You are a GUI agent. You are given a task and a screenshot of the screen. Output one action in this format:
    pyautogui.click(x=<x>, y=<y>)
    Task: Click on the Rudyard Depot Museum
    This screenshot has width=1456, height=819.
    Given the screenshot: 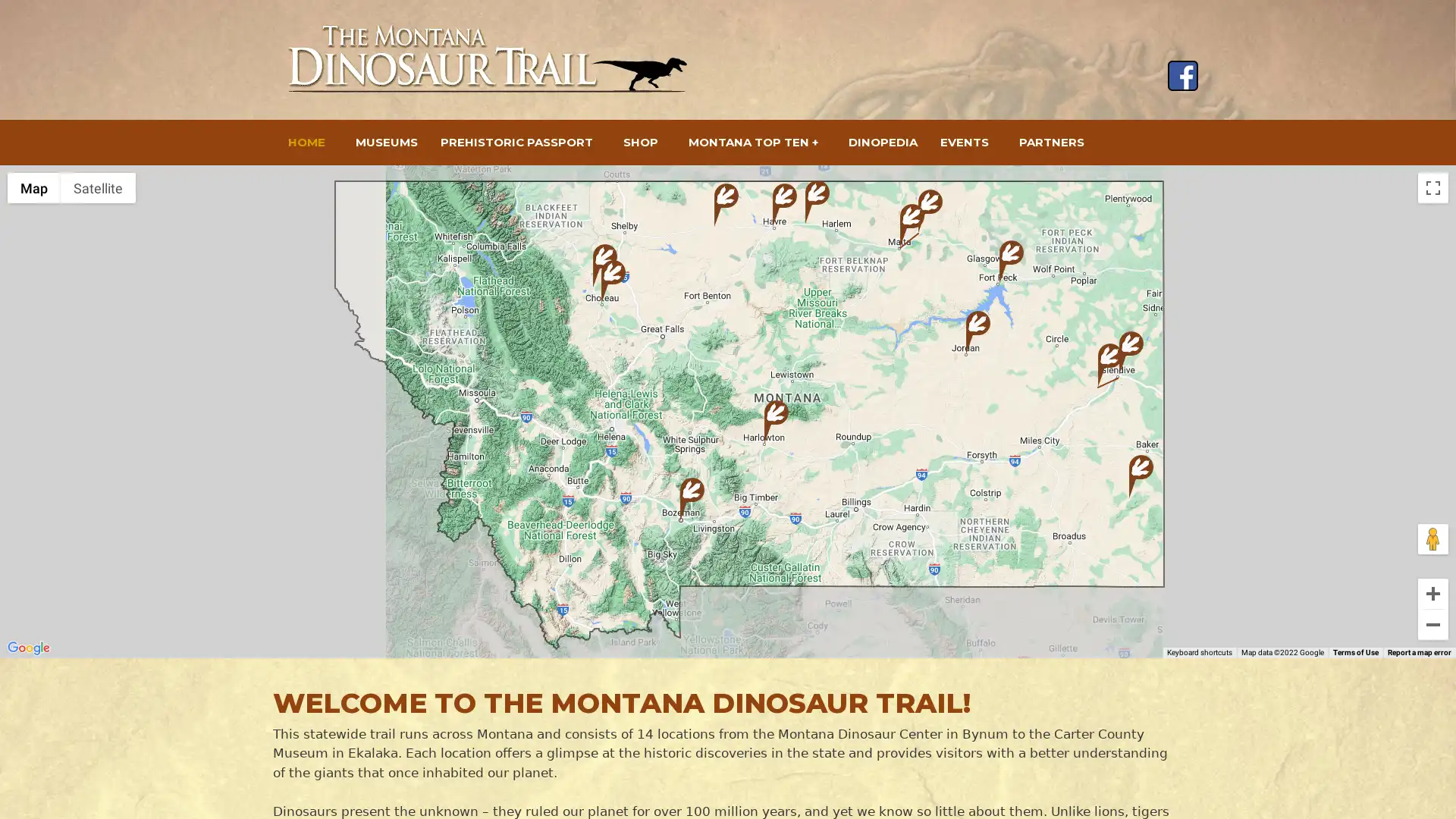 What is the action you would take?
    pyautogui.click(x=726, y=205)
    